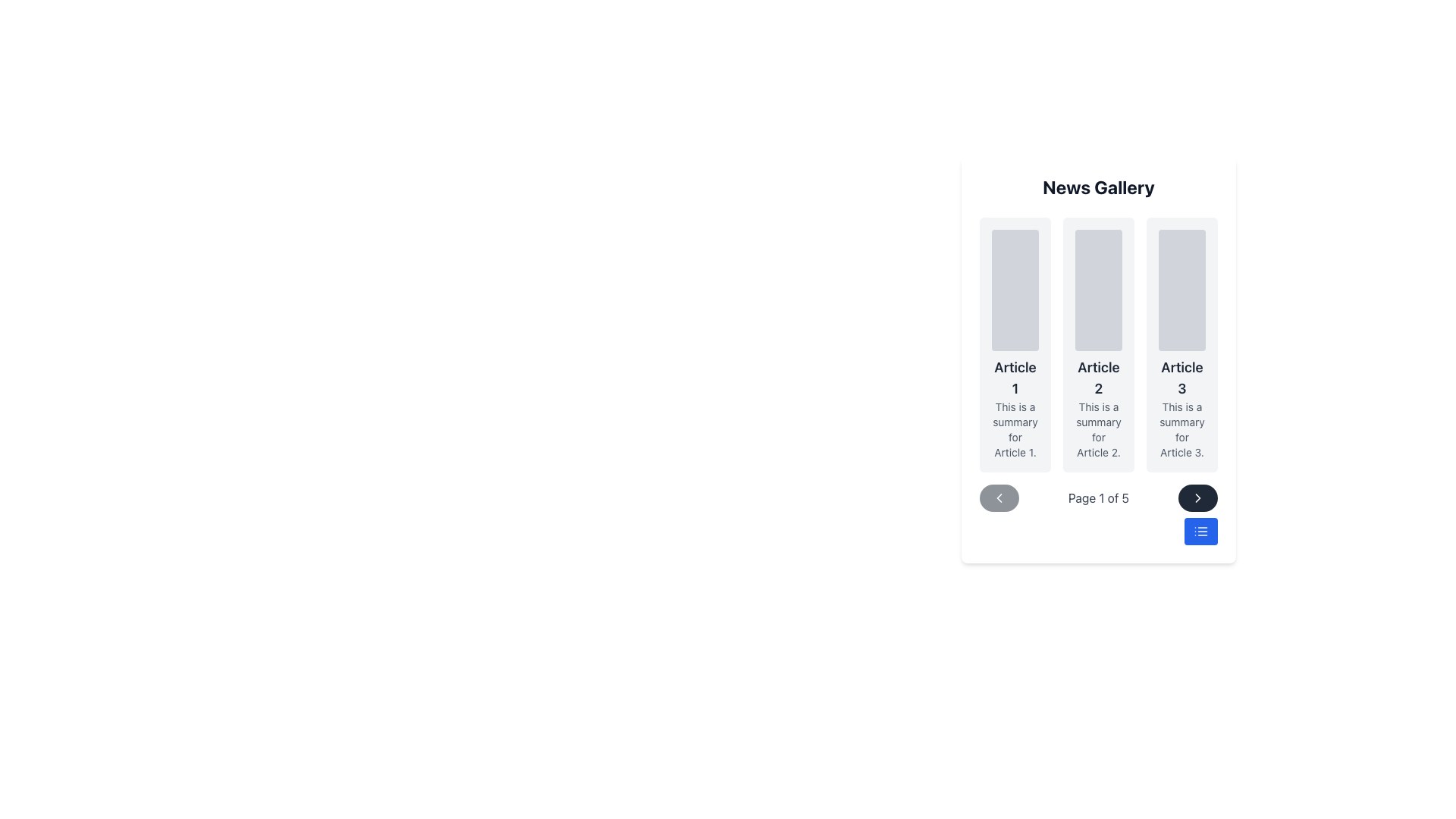 This screenshot has width=1456, height=819. I want to click on the chevron-right icon located within the navigation button on the right side of the footer, adjacent to the 'Page 1 of 5' text, so click(1197, 497).